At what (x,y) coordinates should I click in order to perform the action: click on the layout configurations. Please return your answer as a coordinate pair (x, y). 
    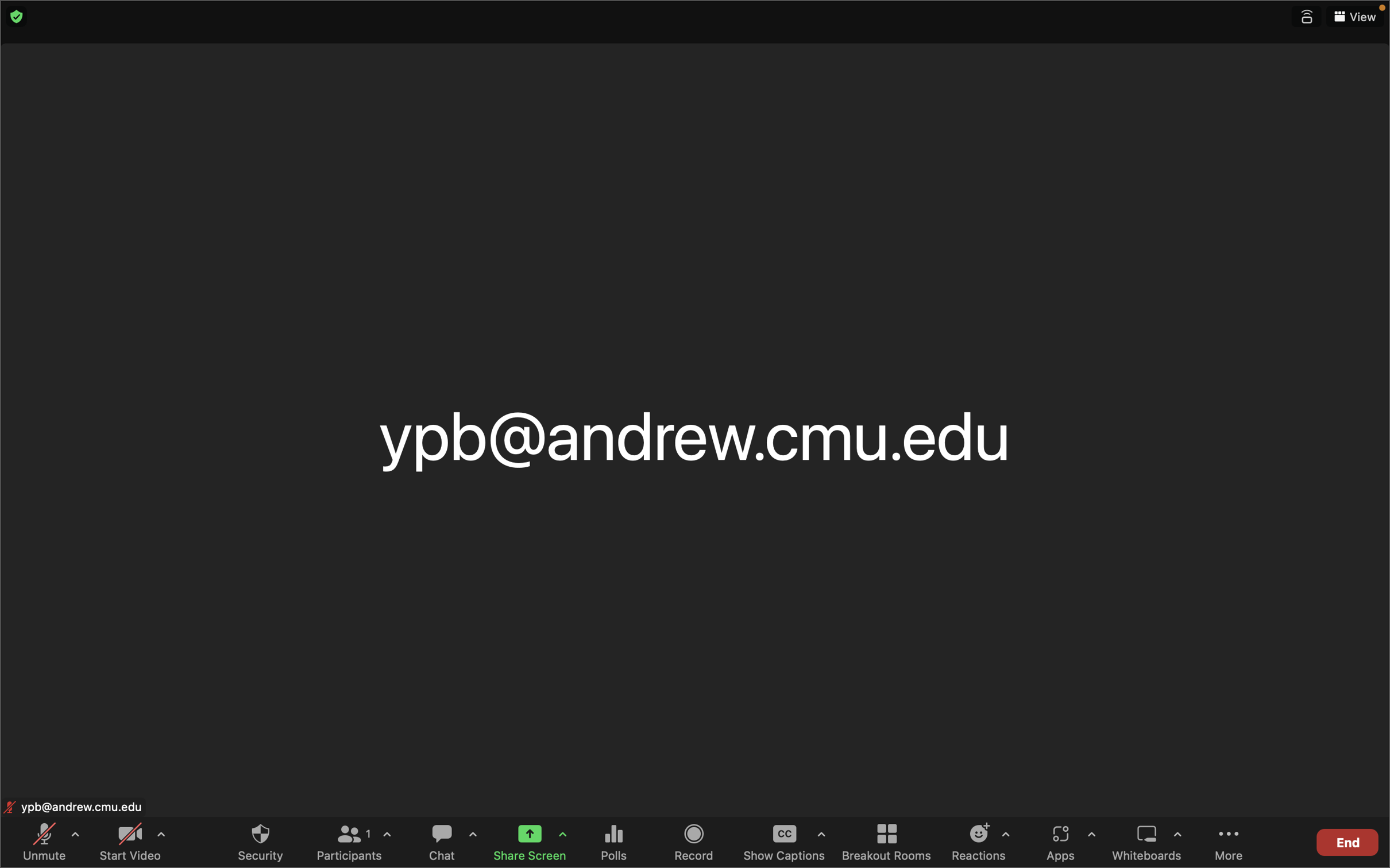
    Looking at the image, I should click on (1354, 17).